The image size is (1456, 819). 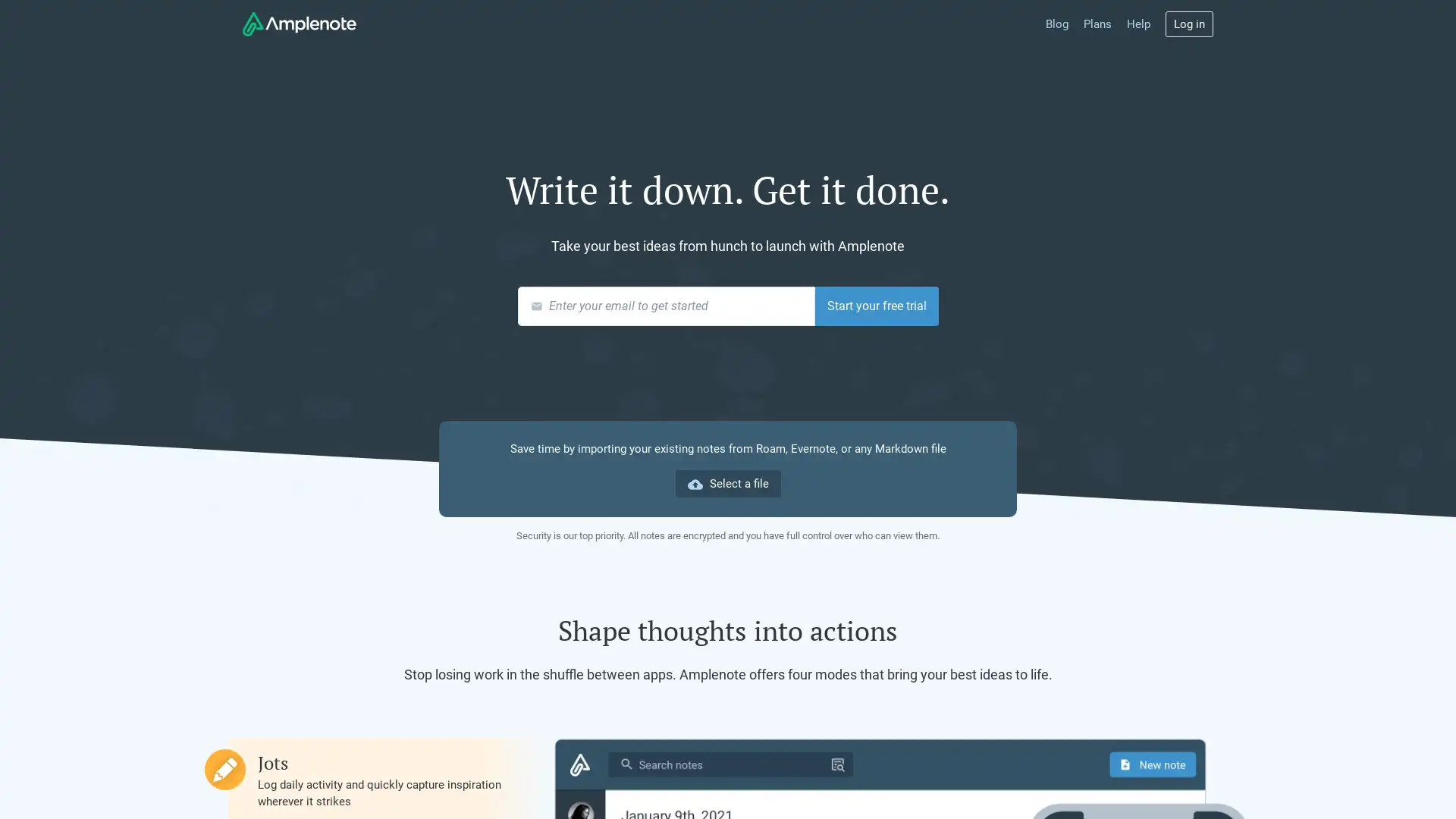 What do you see at coordinates (726, 482) in the screenshot?
I see `cloud_upload Select a file` at bounding box center [726, 482].